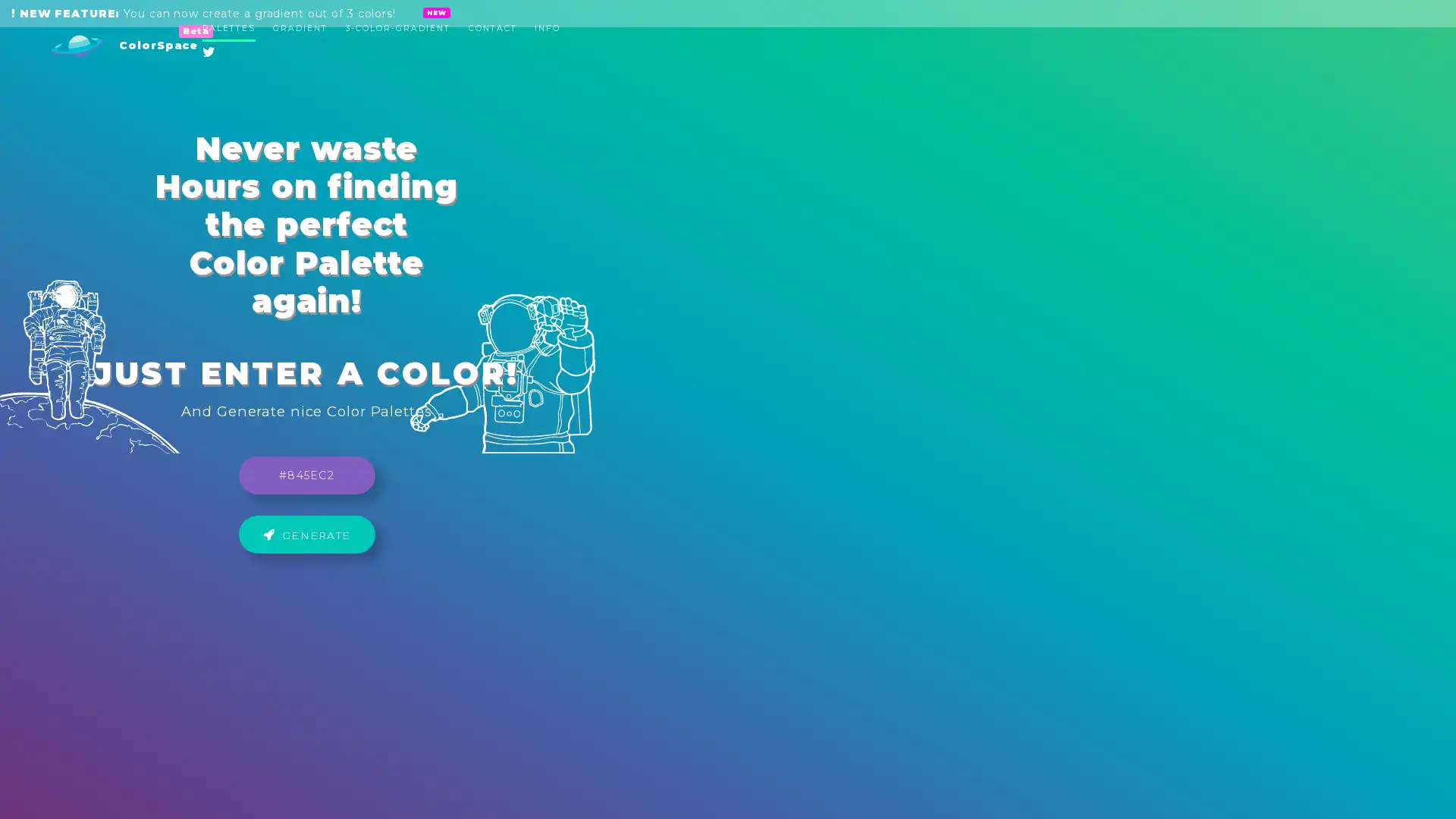 This screenshot has width=1456, height=819. Describe the element at coordinates (728, 426) in the screenshot. I see `GENERATE` at that location.